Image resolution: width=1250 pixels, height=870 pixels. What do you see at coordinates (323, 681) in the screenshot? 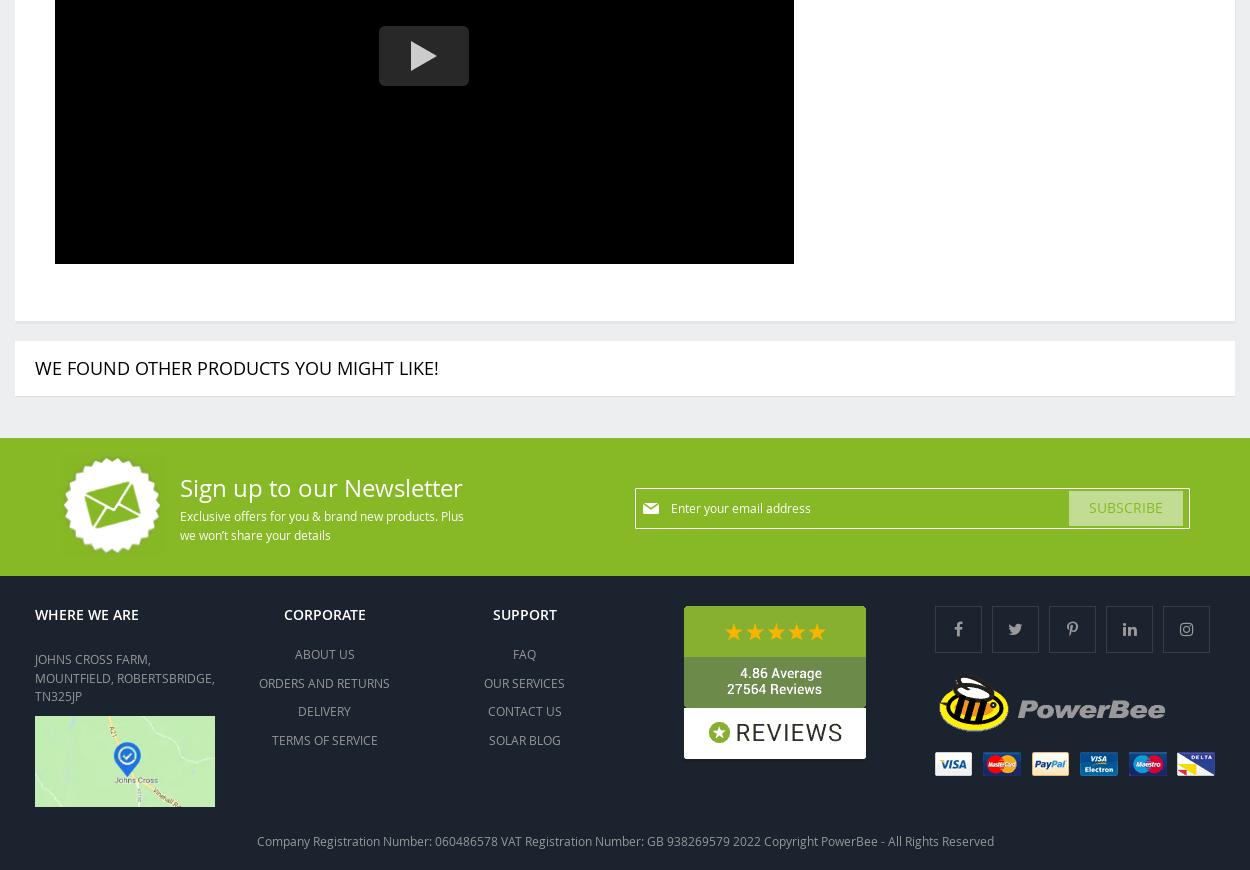
I see `'Orders and Returns'` at bounding box center [323, 681].